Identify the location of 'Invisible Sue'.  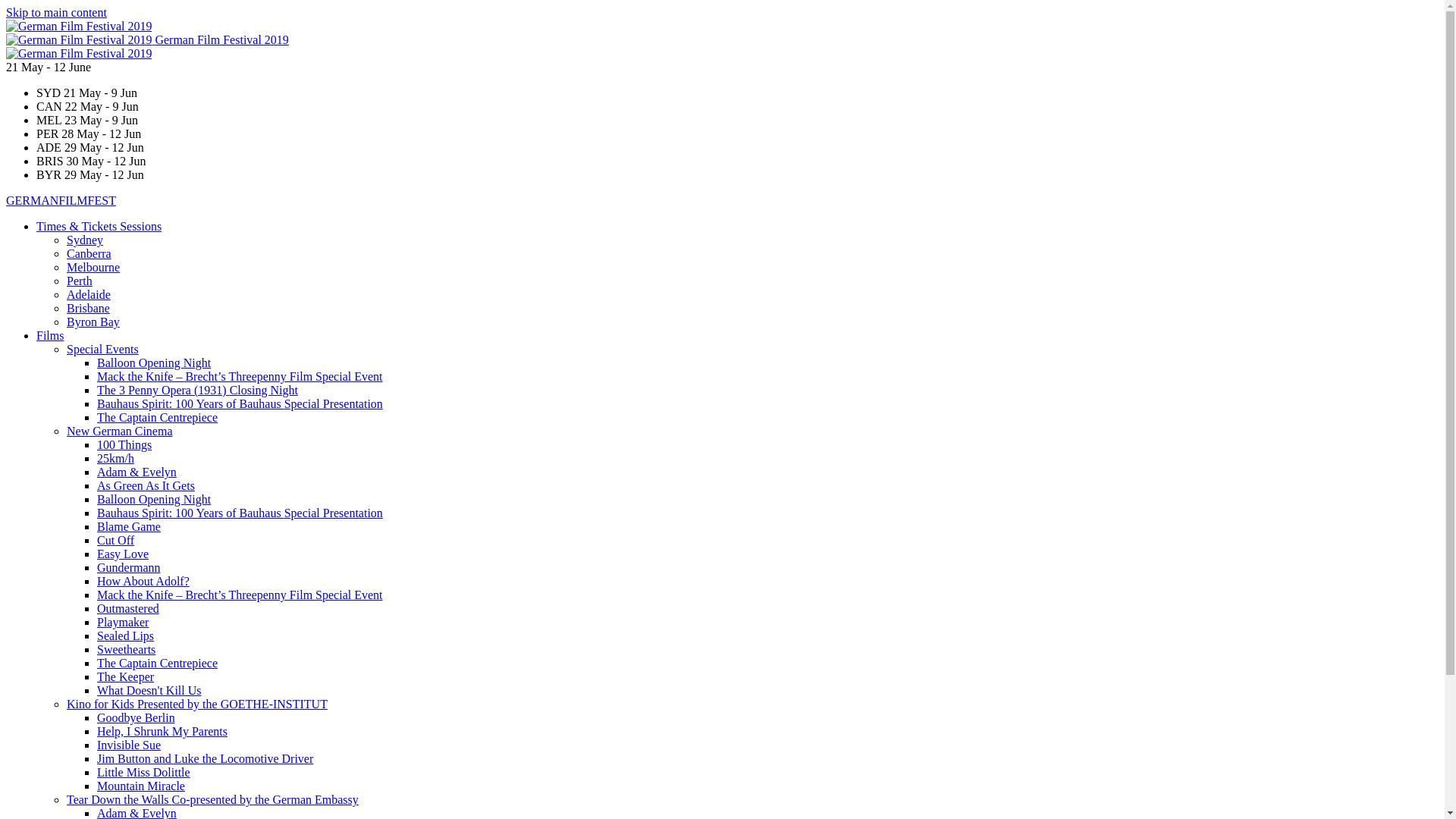
(128, 744).